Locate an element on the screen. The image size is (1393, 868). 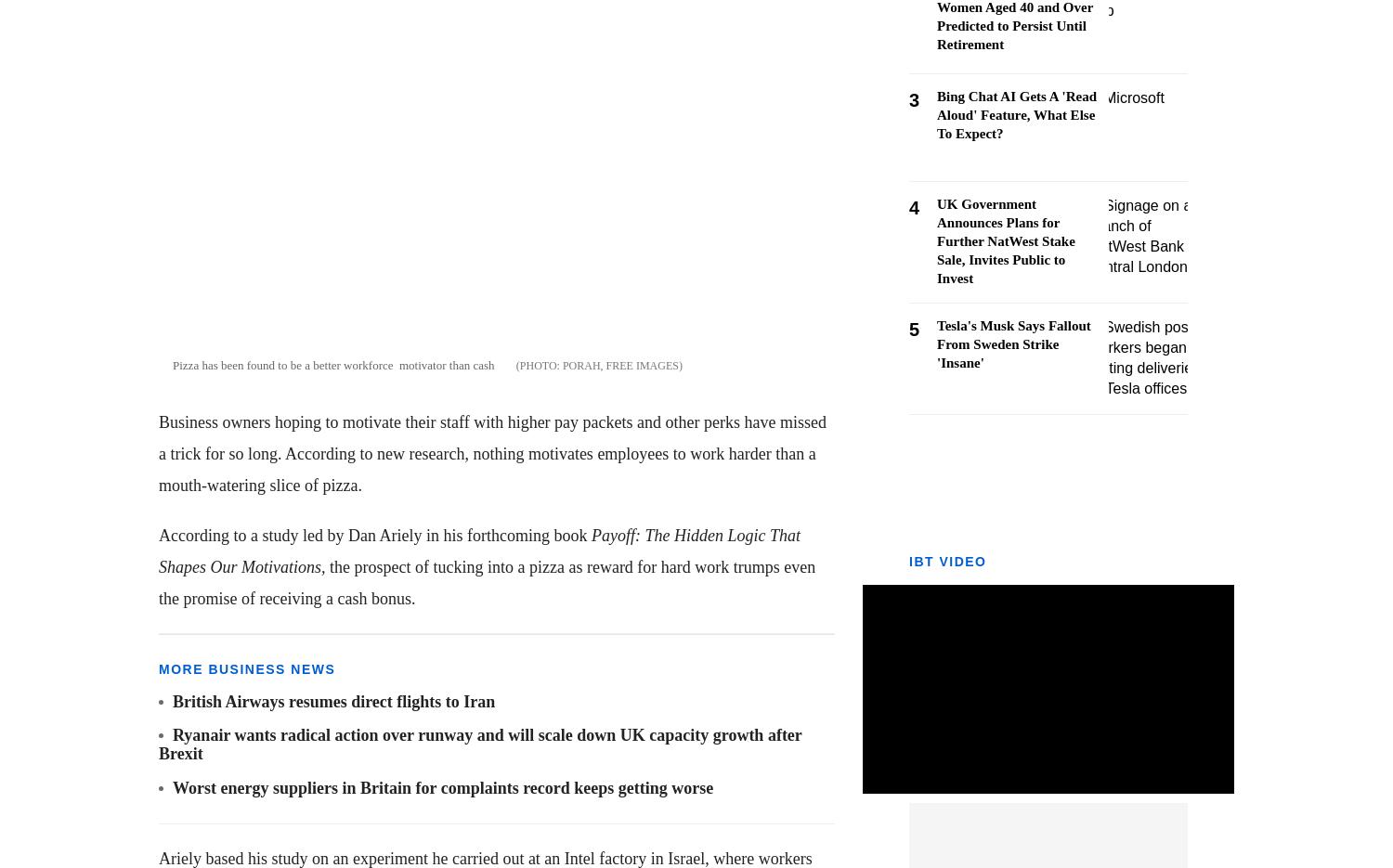
'IBT VIDEO' is located at coordinates (908, 561).